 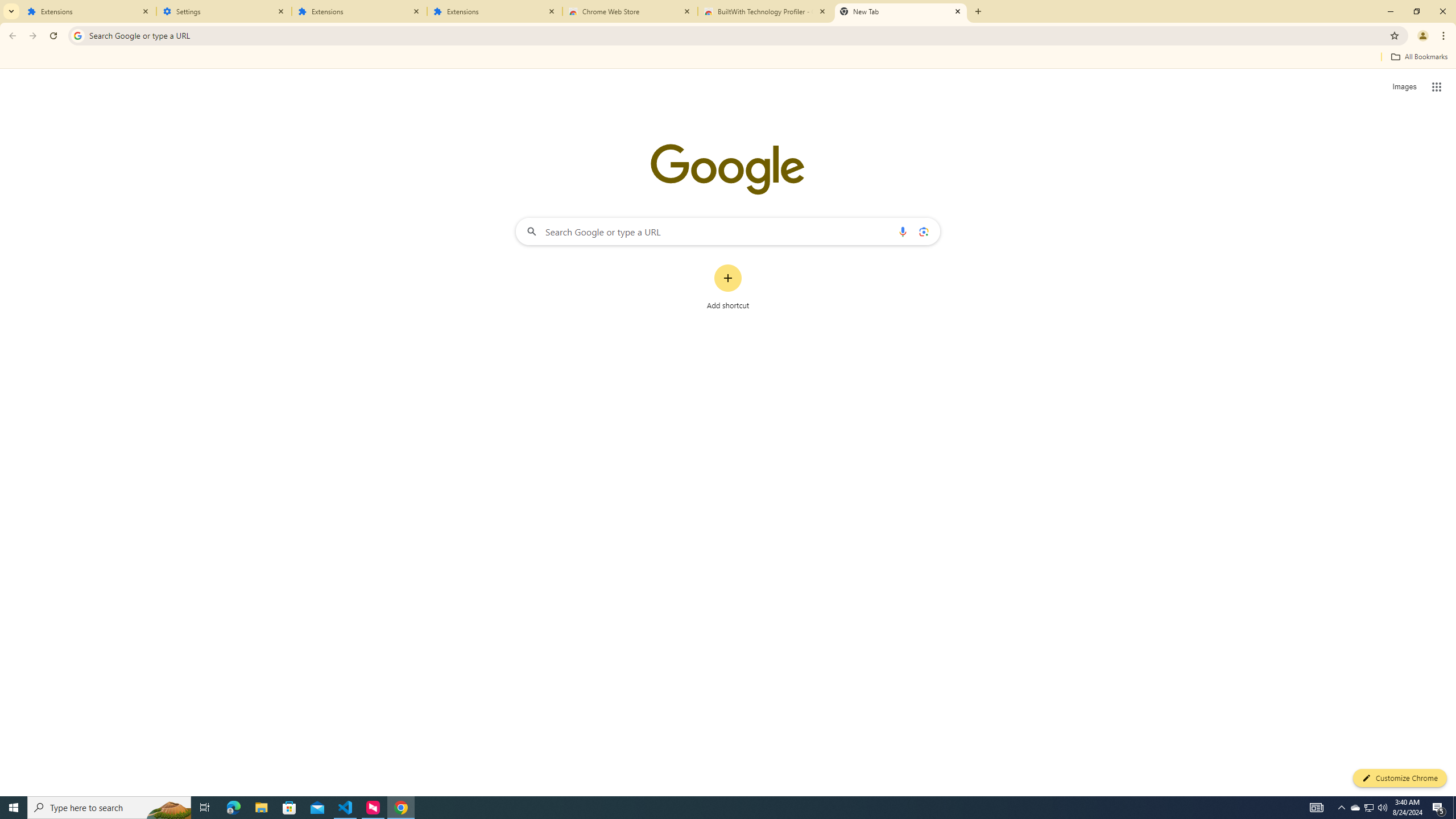 I want to click on 'Search tabs', so click(x=11, y=11).